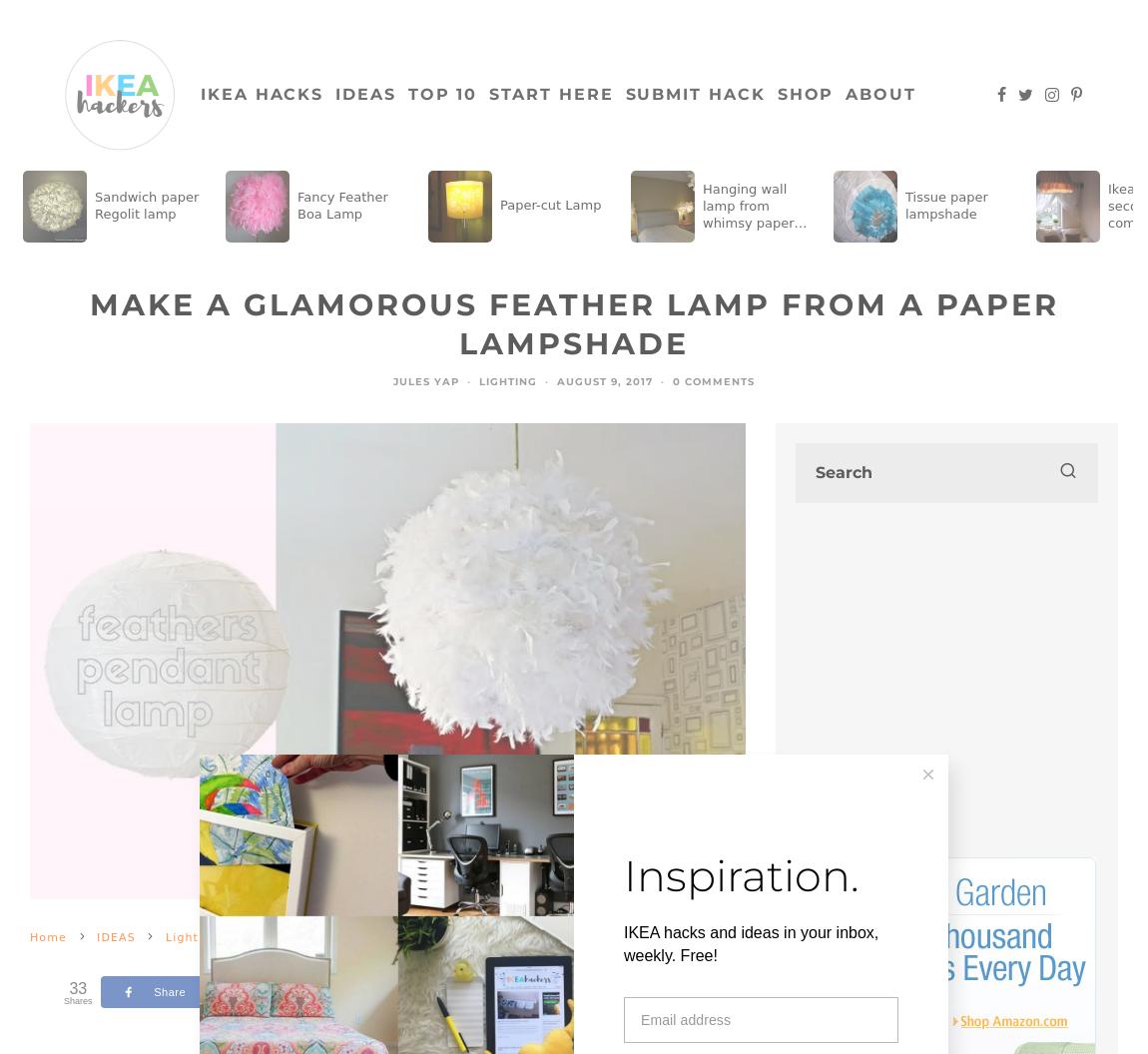 The width and height of the screenshot is (1148, 1054). Describe the element at coordinates (320, 1031) in the screenshot. I see `'Type to search or hit ESC to close'` at that location.